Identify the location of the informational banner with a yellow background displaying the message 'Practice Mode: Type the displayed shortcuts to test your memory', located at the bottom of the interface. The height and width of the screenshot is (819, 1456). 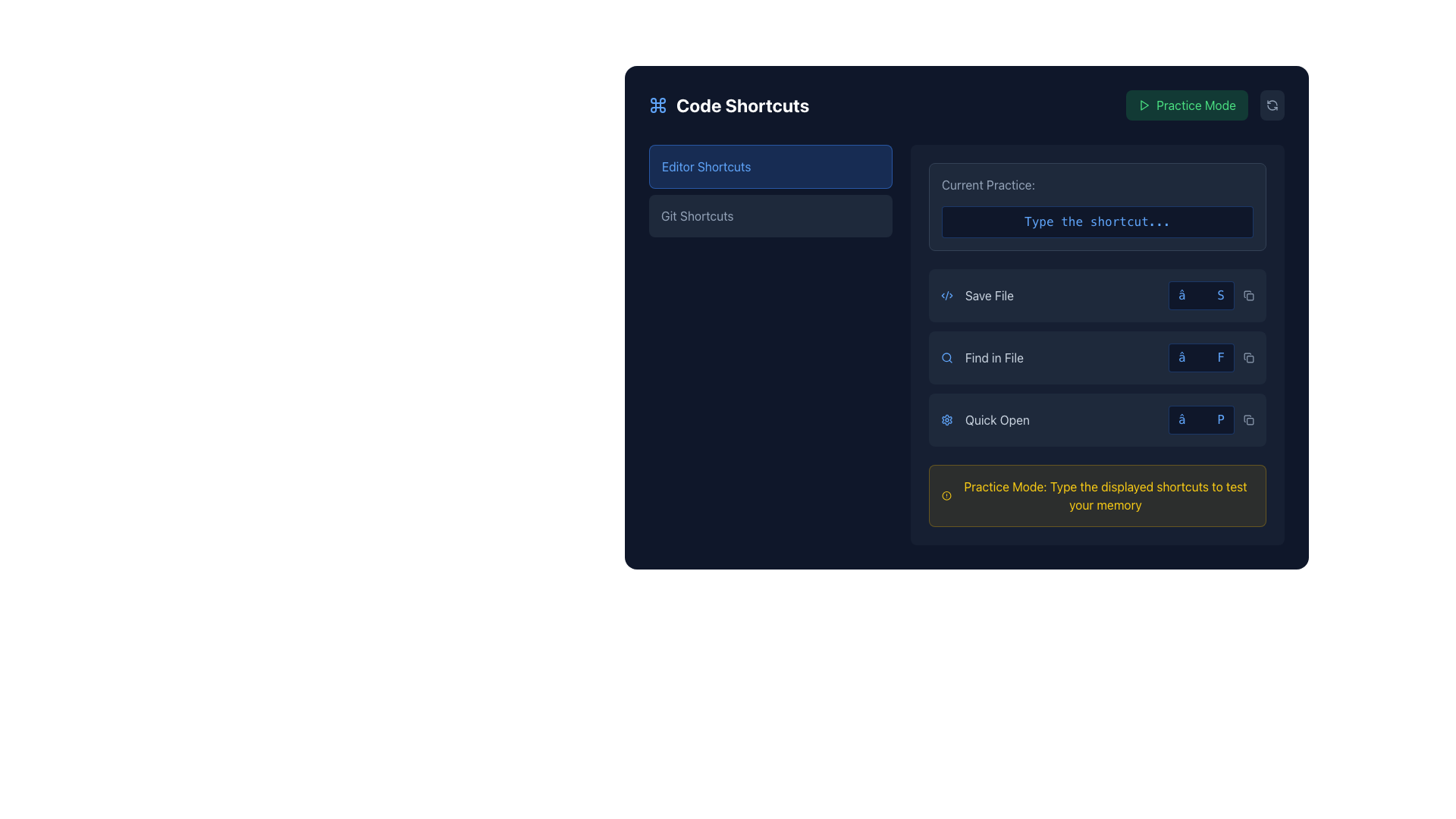
(1097, 496).